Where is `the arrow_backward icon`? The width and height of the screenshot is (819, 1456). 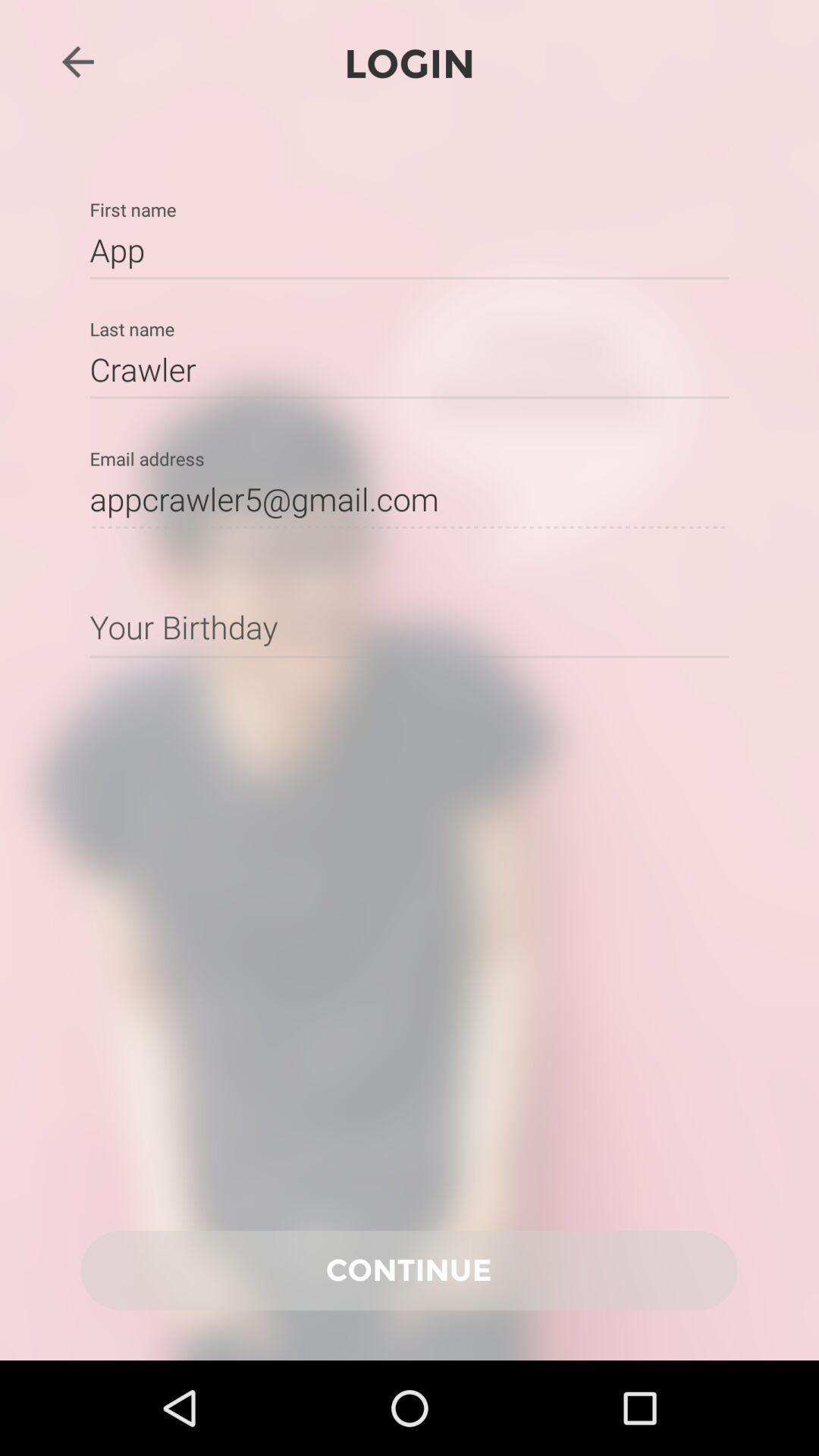
the arrow_backward icon is located at coordinates (77, 61).